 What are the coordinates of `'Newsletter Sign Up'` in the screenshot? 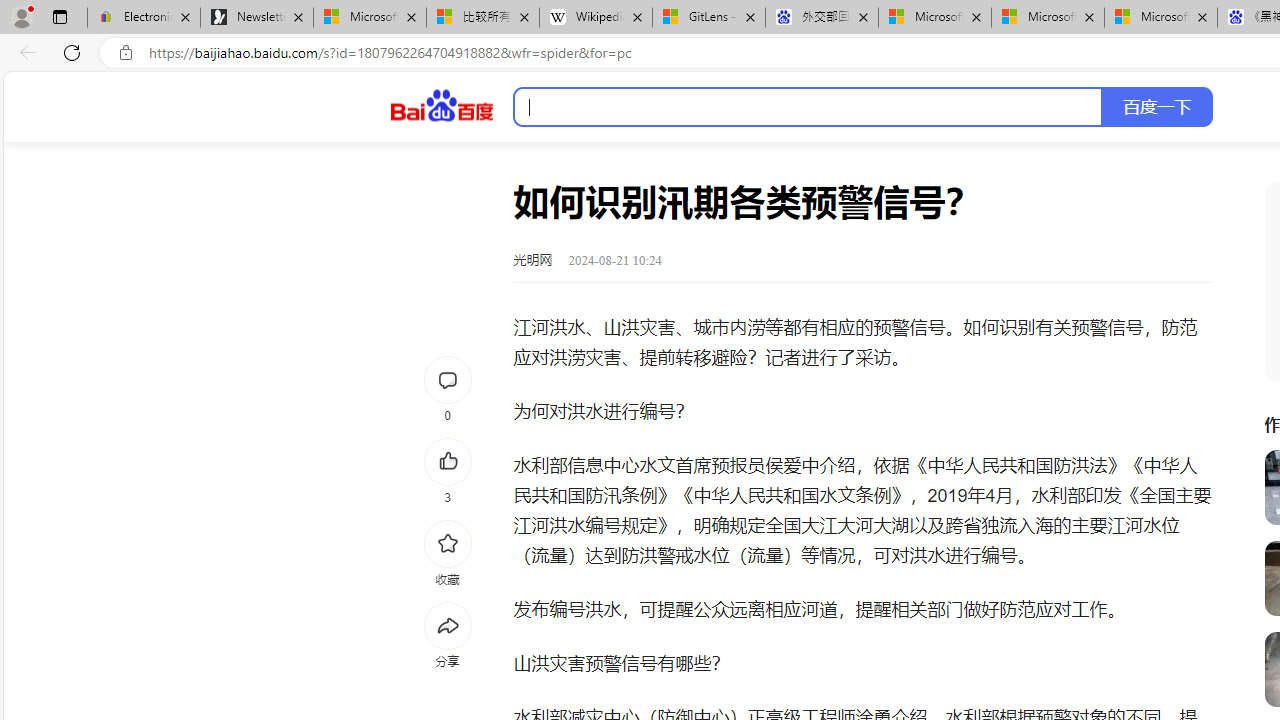 It's located at (256, 17).